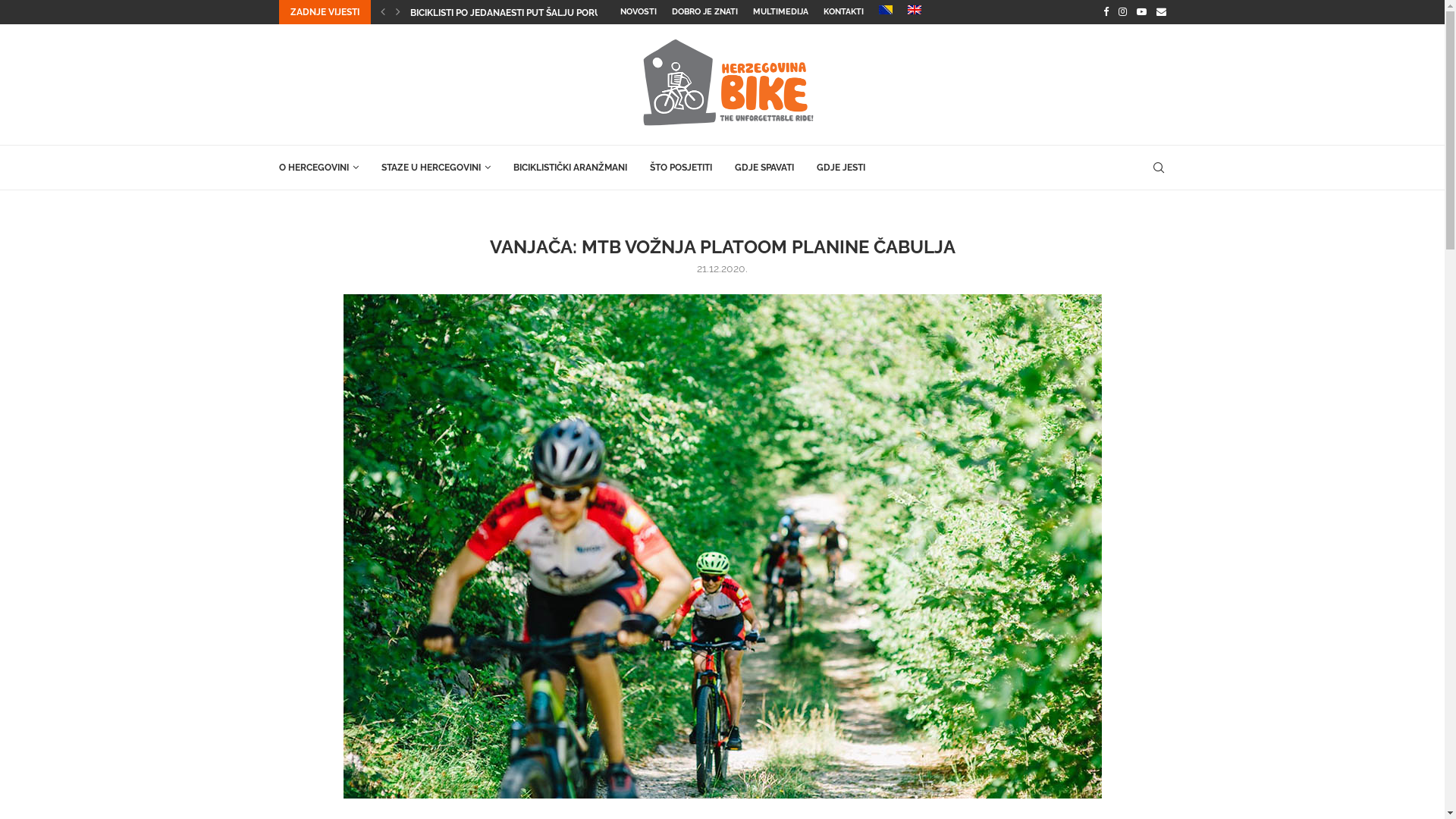  What do you see at coordinates (734, 167) in the screenshot?
I see `'GDJE SPAVATI'` at bounding box center [734, 167].